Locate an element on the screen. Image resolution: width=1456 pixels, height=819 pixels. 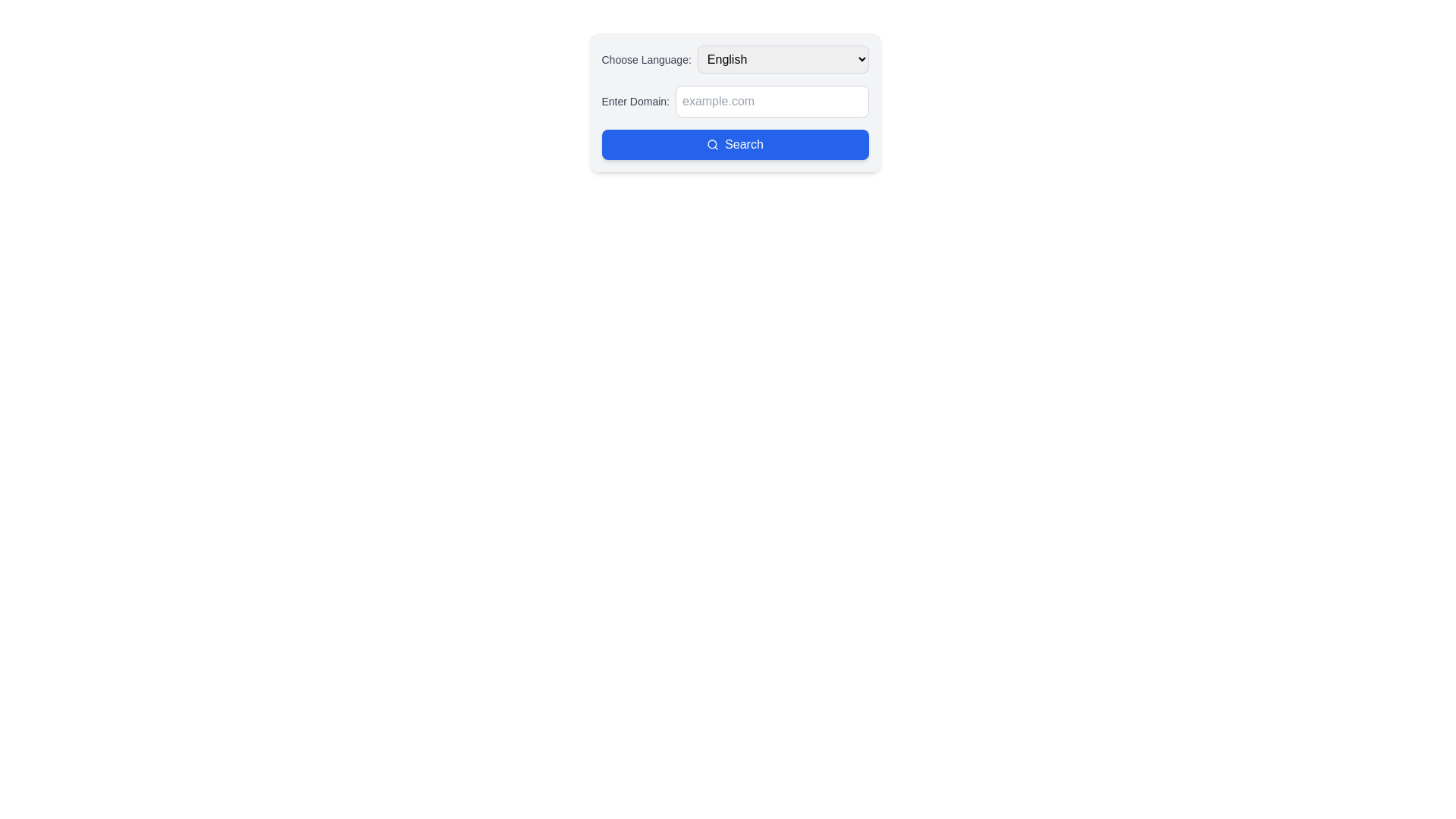
the Text Label that indicates the language selection for context about the input field's purpose is located at coordinates (646, 58).